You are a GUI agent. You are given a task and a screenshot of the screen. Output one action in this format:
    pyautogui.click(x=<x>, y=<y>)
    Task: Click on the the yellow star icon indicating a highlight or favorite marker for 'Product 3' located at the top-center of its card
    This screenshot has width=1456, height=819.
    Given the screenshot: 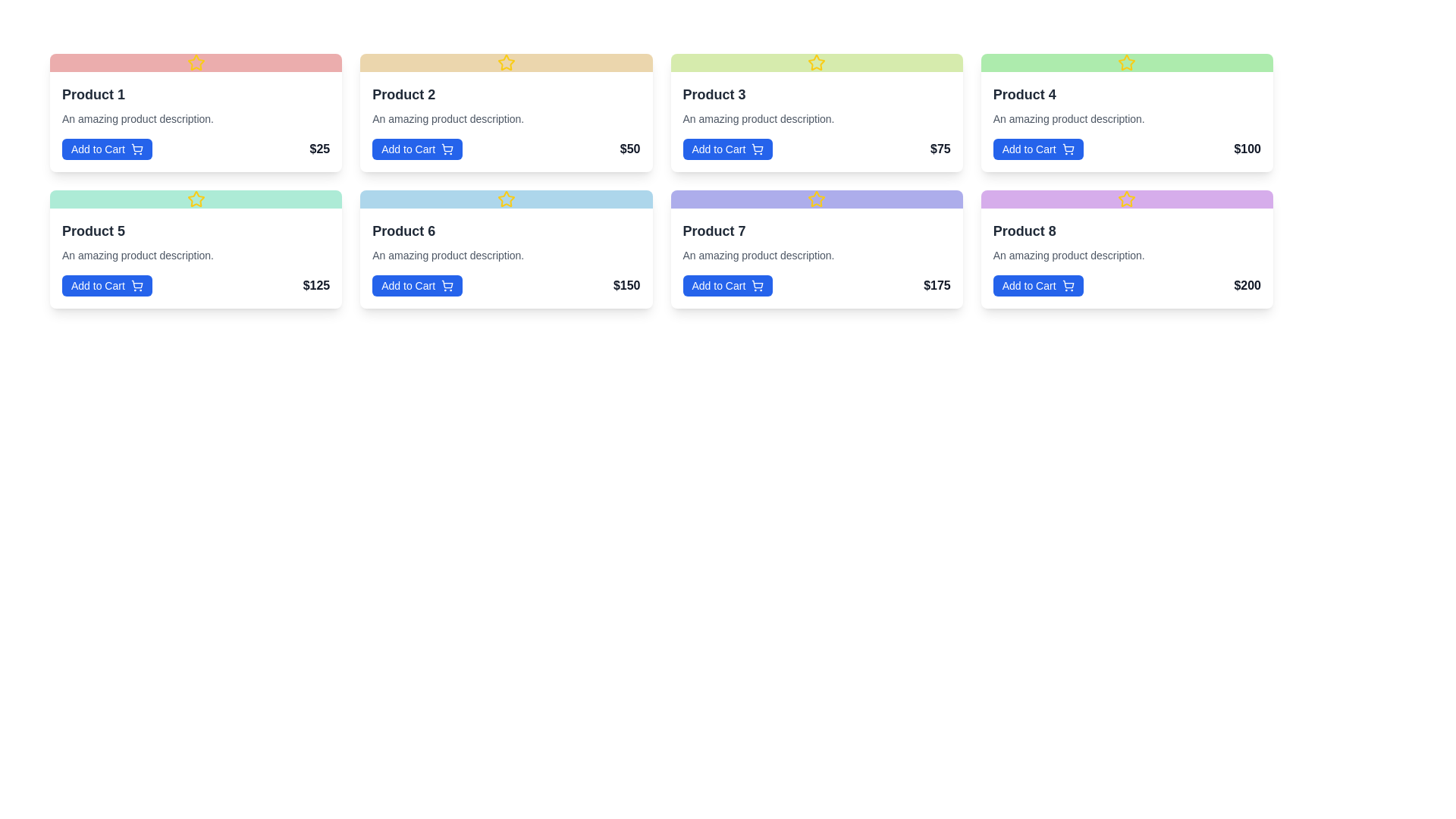 What is the action you would take?
    pyautogui.click(x=816, y=61)
    